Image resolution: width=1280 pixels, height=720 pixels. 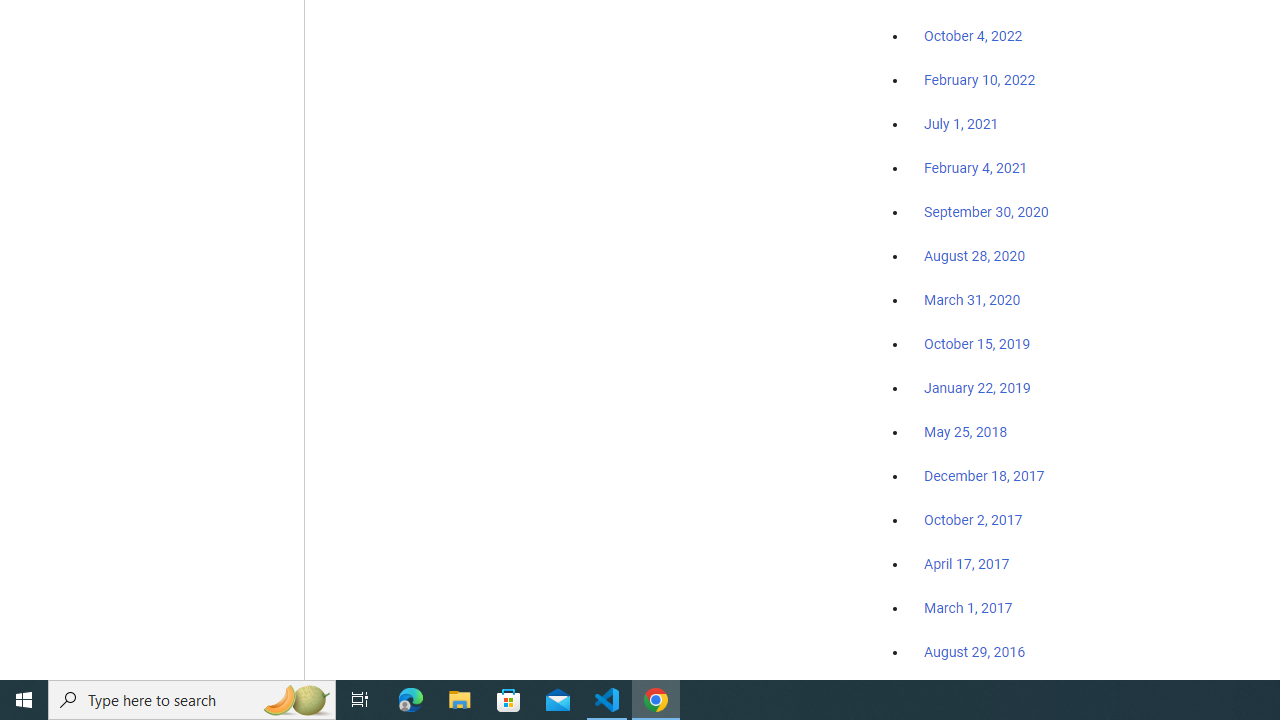 What do you see at coordinates (973, 37) in the screenshot?
I see `'October 4, 2022'` at bounding box center [973, 37].